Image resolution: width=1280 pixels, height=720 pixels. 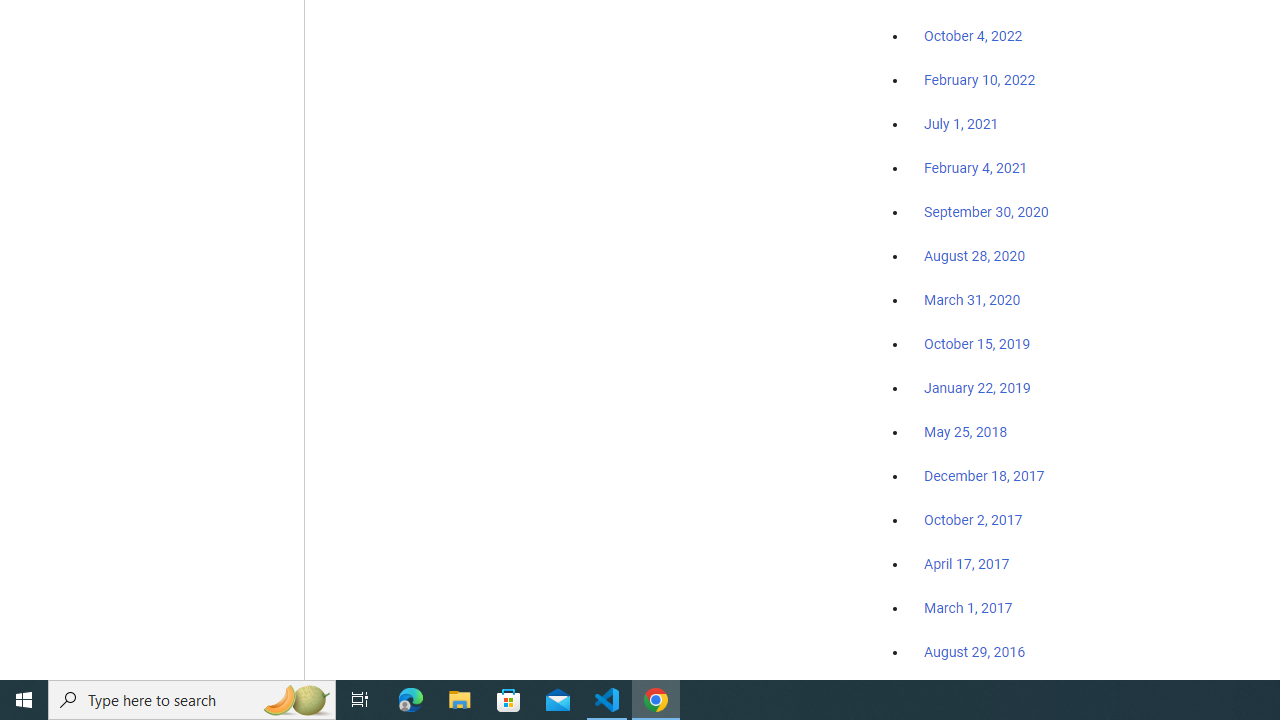 What do you see at coordinates (973, 37) in the screenshot?
I see `'October 4, 2022'` at bounding box center [973, 37].